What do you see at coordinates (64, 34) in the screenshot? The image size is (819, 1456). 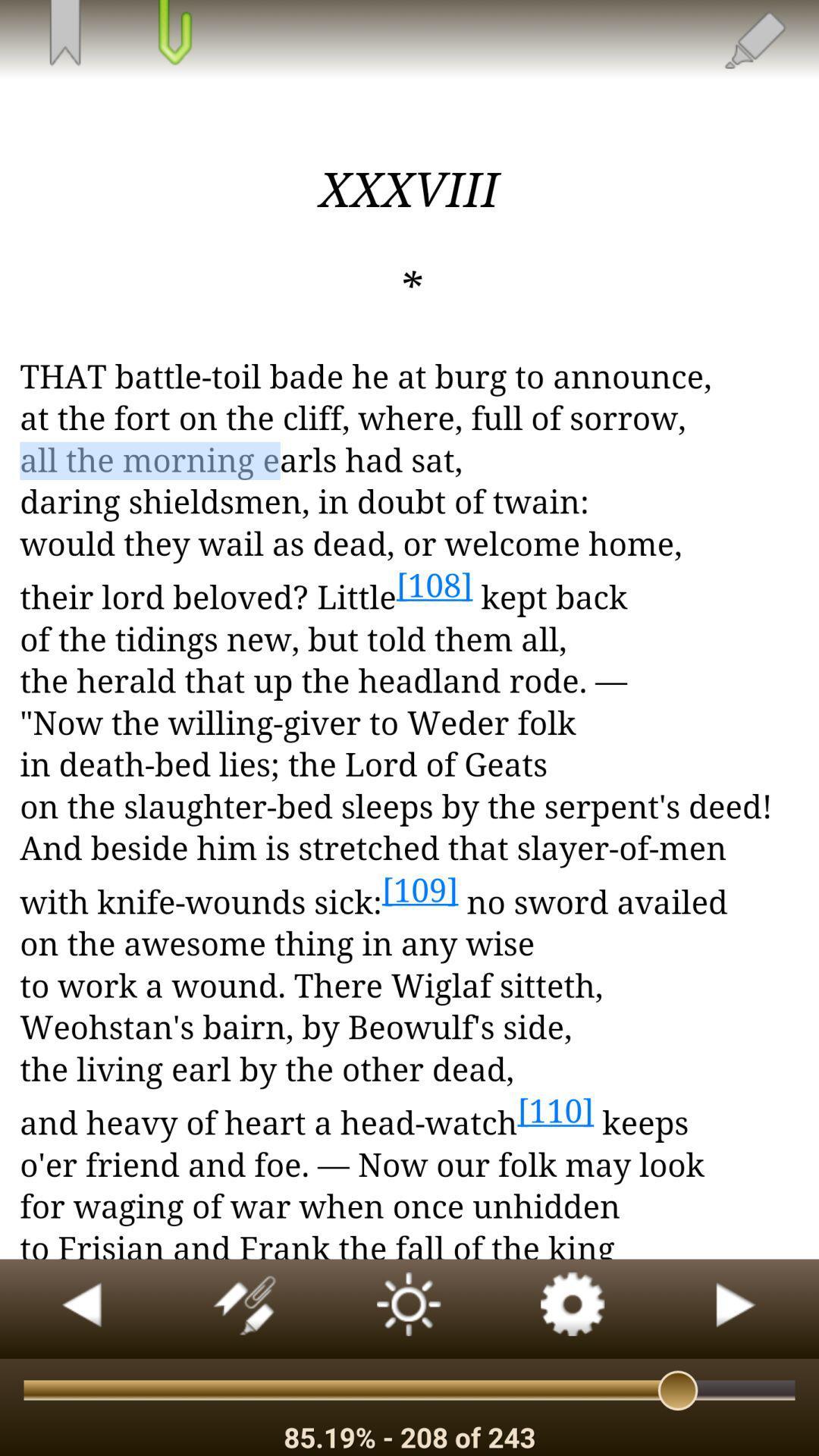 I see `bookmark the page` at bounding box center [64, 34].